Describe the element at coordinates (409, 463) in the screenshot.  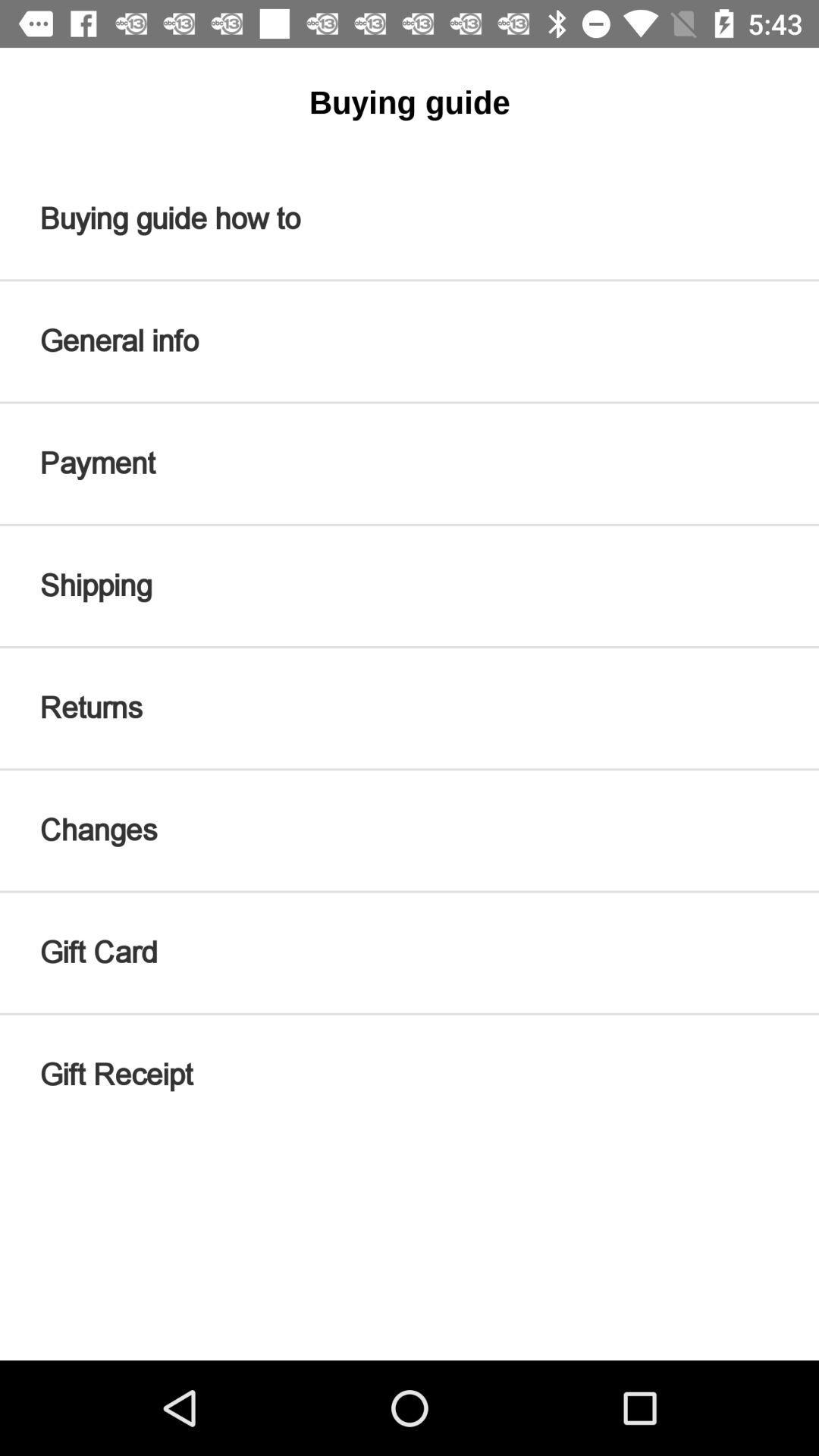
I see `item above the shipping` at that location.